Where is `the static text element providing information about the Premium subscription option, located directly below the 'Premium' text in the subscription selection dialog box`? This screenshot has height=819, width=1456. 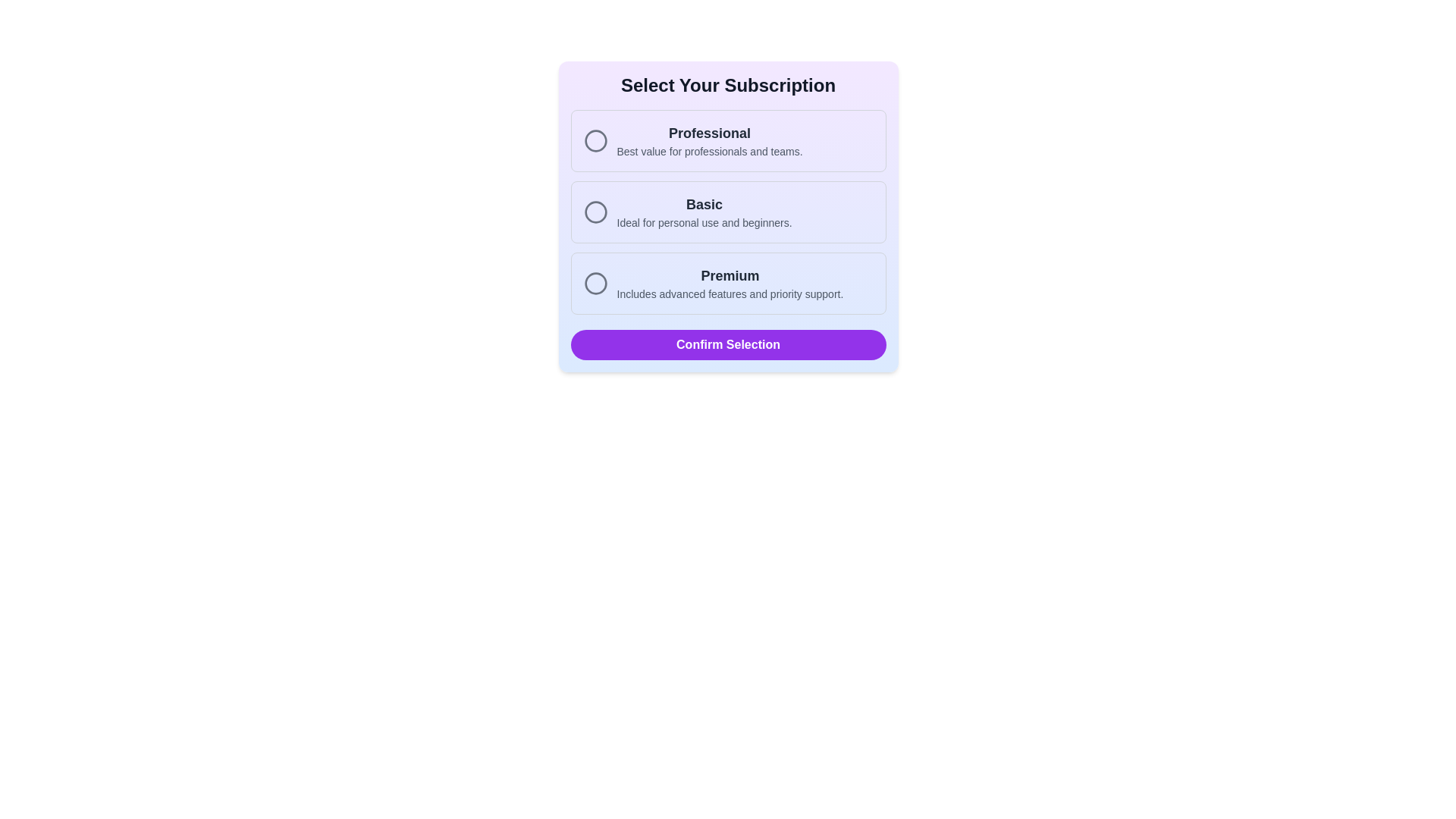 the static text element providing information about the Premium subscription option, located directly below the 'Premium' text in the subscription selection dialog box is located at coordinates (730, 294).